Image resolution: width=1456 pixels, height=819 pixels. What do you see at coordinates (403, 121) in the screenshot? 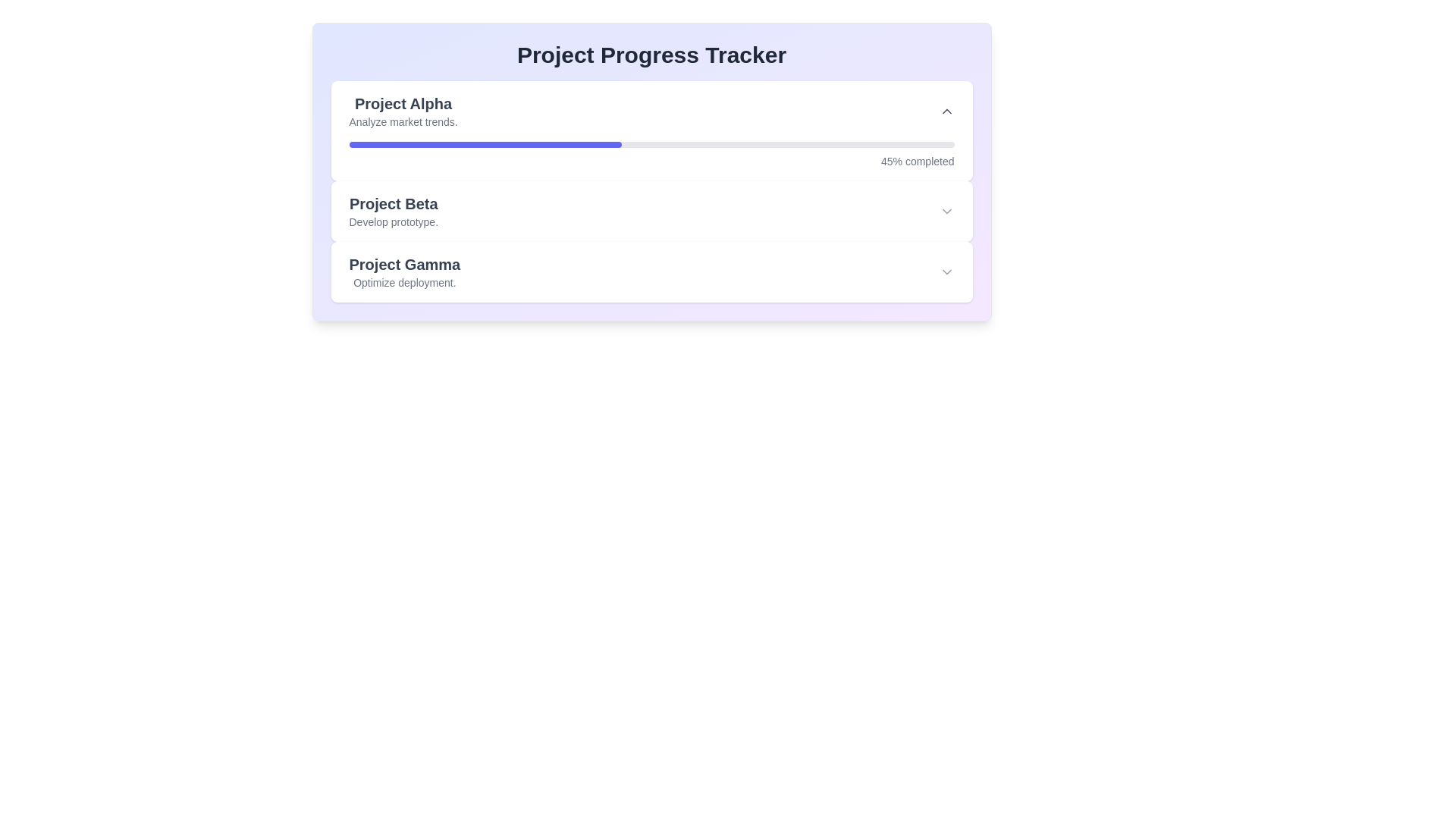
I see `the text label that says 'Analyze market trends.' located below the title 'Project Alpha.'` at bounding box center [403, 121].